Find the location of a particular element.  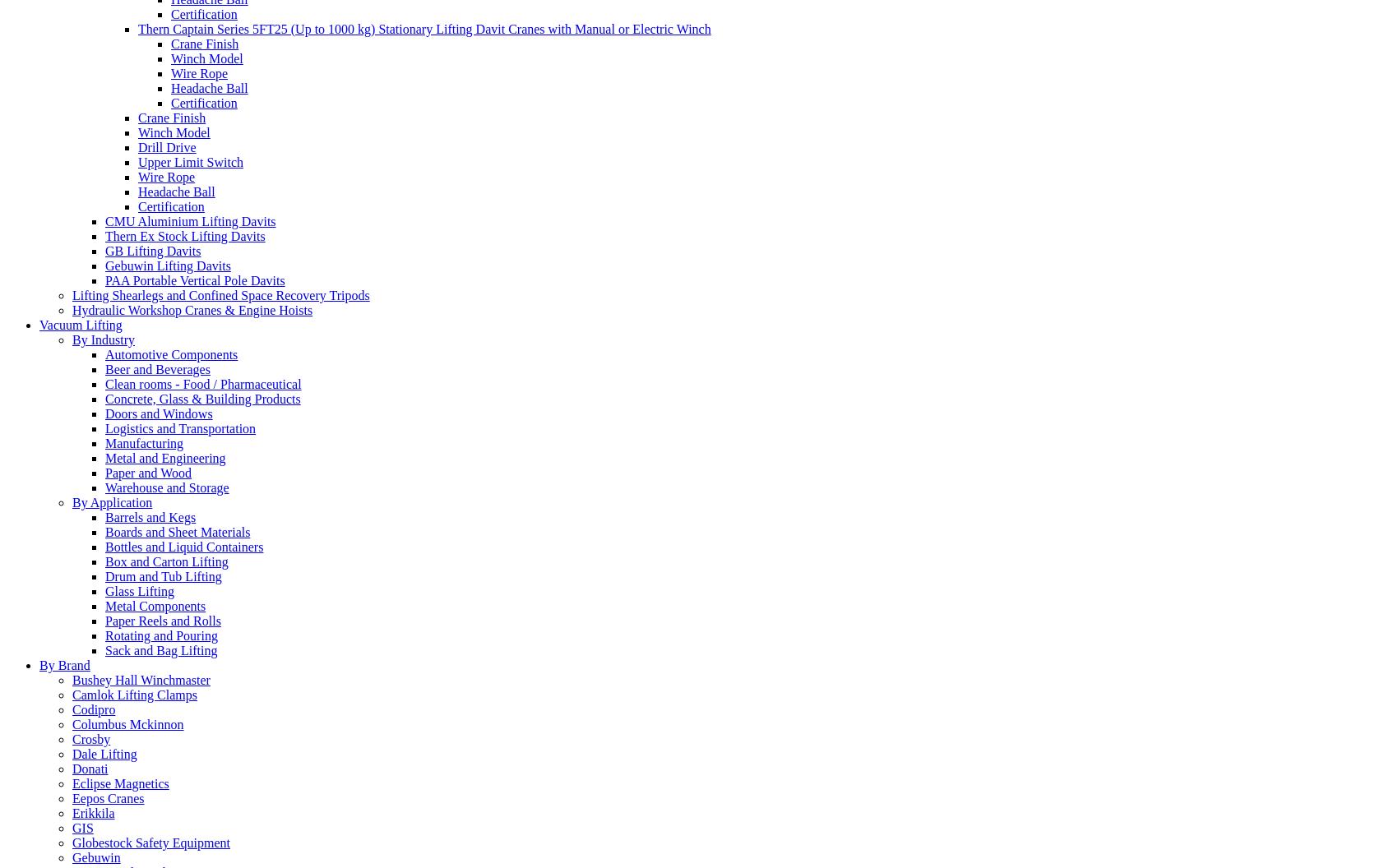

'Paper and Wood' is located at coordinates (147, 472).